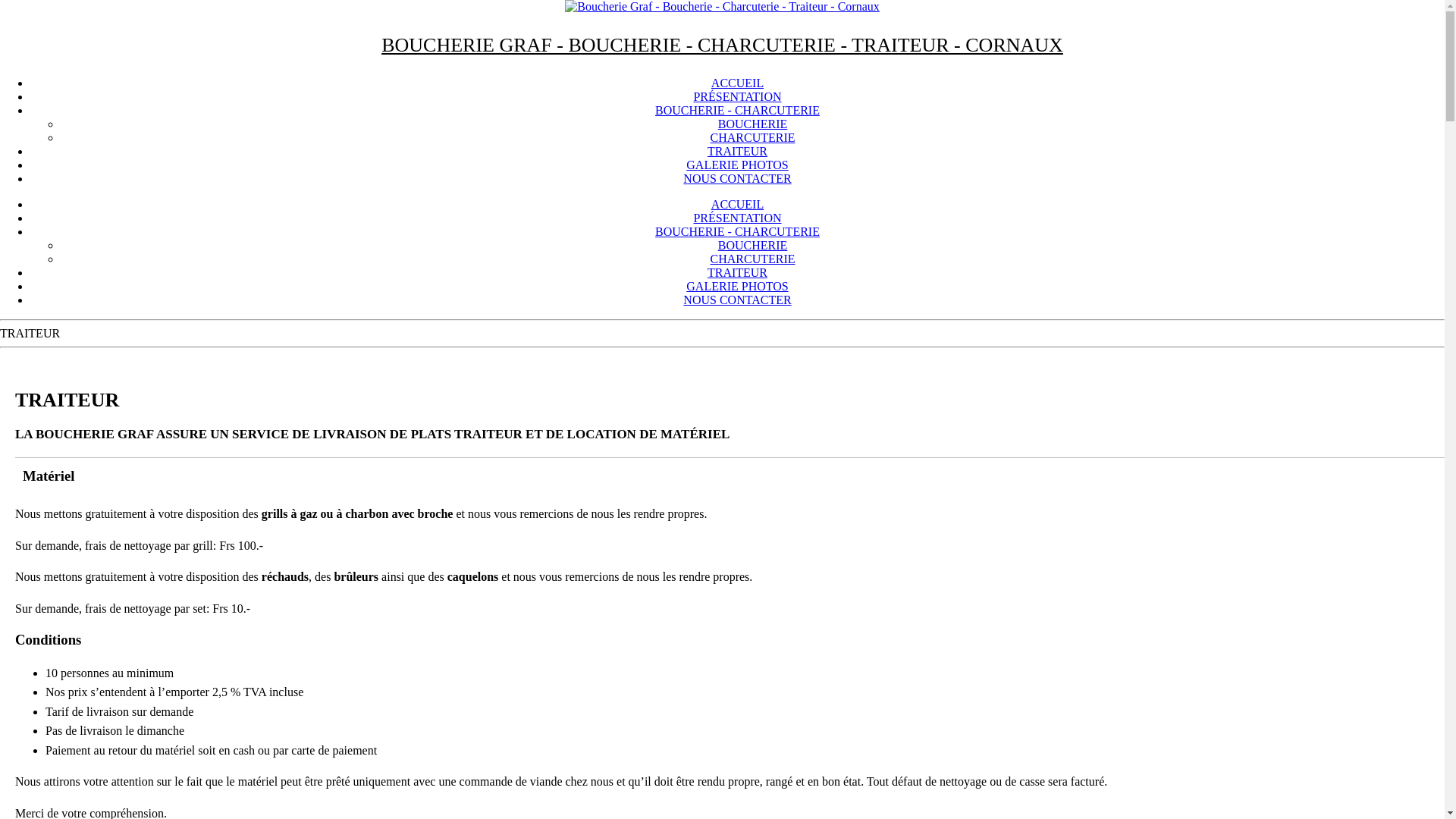  I want to click on 'BOUCHERIE', so click(753, 123).